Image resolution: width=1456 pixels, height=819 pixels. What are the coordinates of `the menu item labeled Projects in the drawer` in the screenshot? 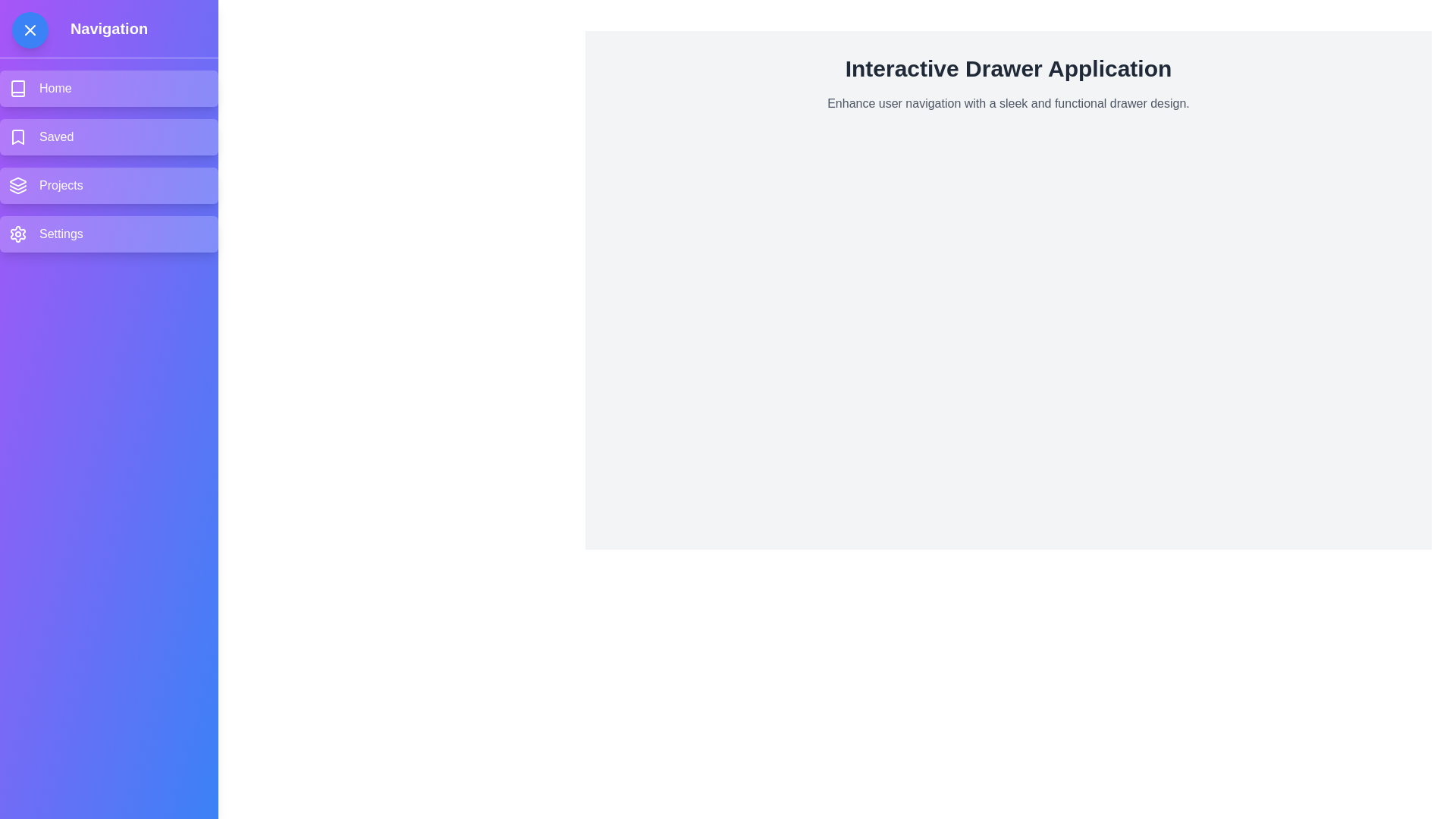 It's located at (108, 185).